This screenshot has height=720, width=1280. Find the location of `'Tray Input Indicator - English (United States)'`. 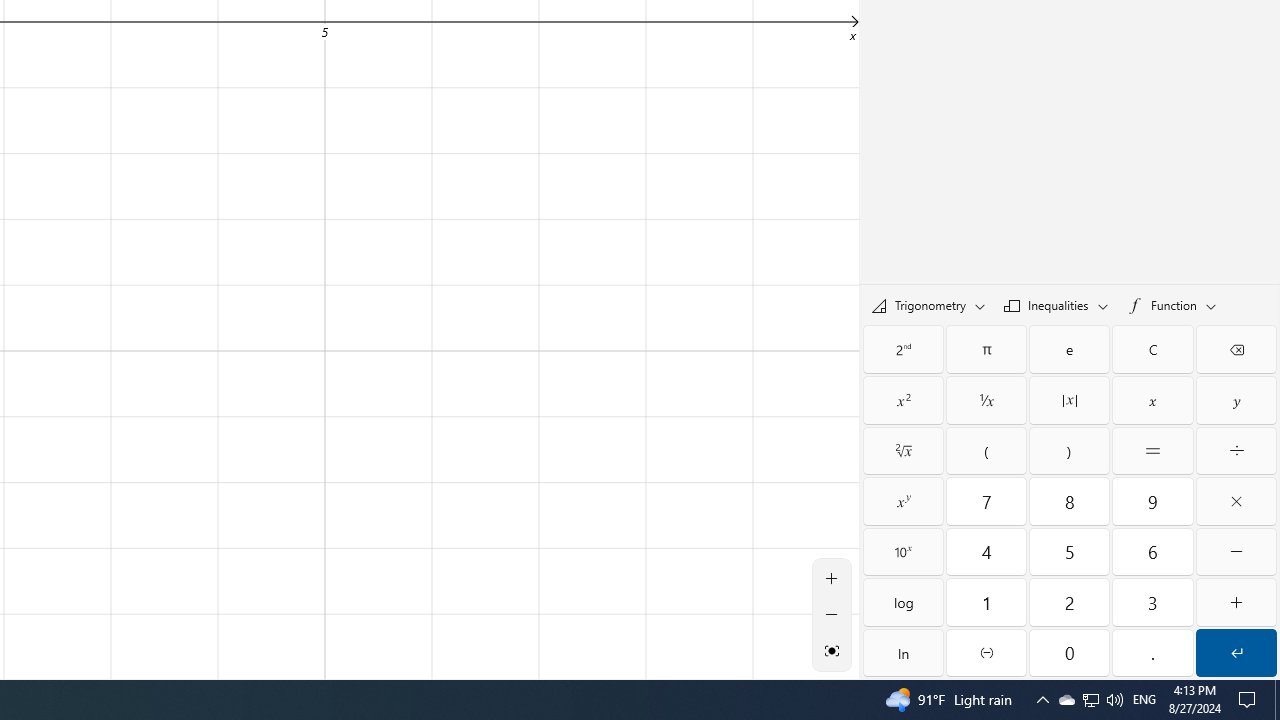

'Tray Input Indicator - English (United States)' is located at coordinates (1144, 698).